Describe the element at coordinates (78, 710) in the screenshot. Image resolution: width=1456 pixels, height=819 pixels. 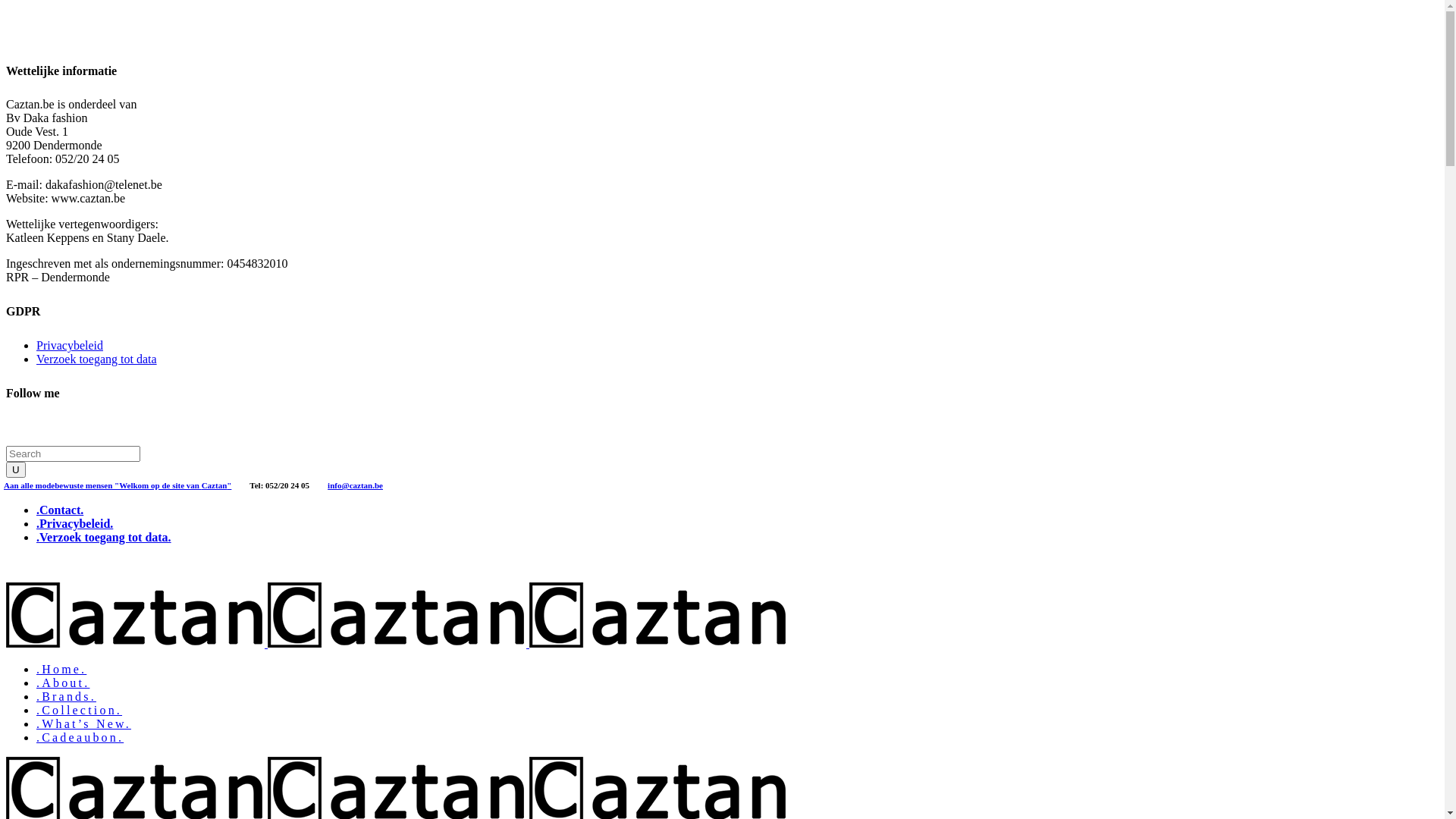
I see `'.Collection.'` at that location.